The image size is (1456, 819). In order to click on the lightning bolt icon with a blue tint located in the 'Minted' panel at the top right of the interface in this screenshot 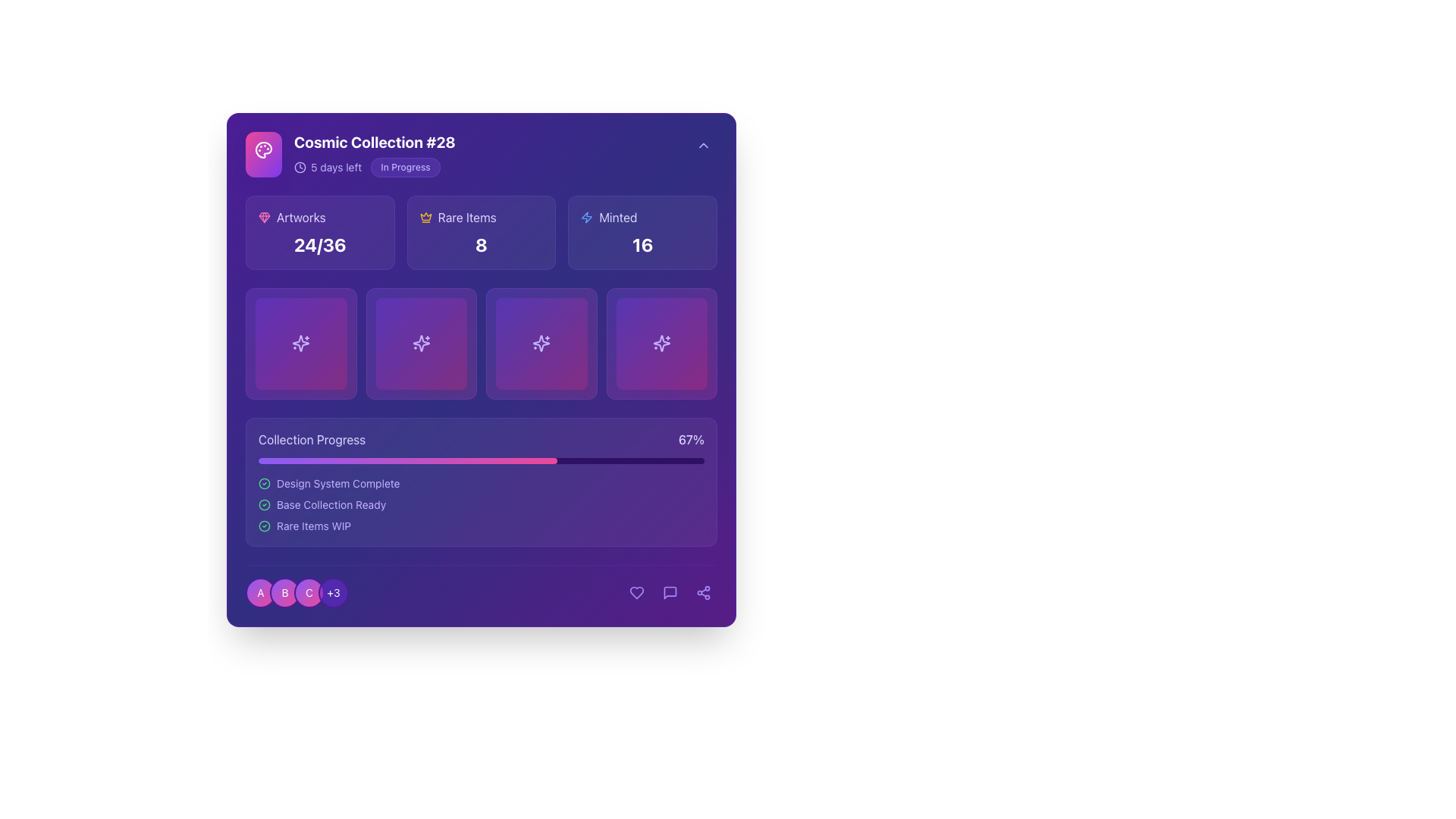, I will do `click(586, 217)`.